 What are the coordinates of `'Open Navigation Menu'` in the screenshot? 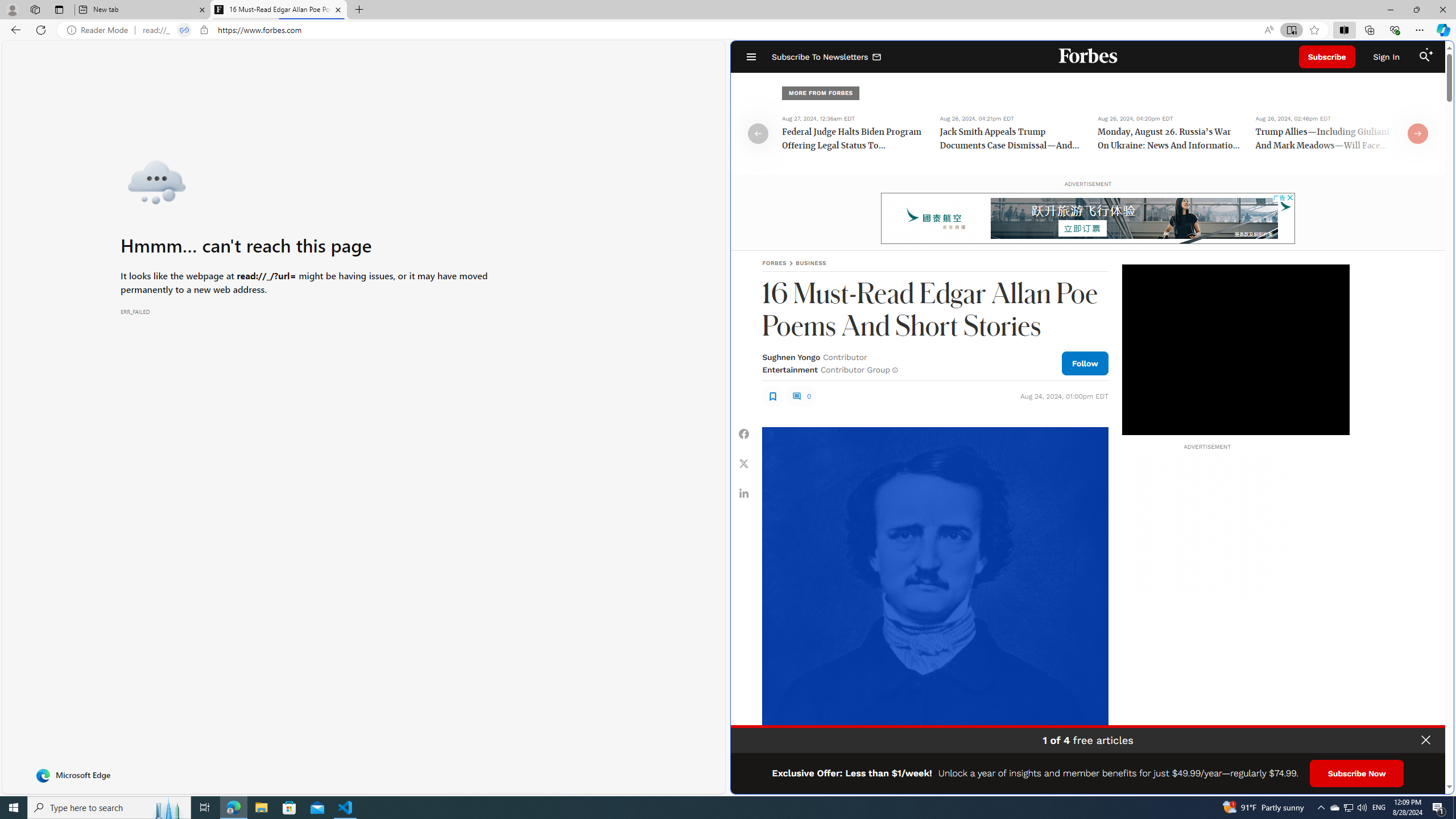 It's located at (751, 56).